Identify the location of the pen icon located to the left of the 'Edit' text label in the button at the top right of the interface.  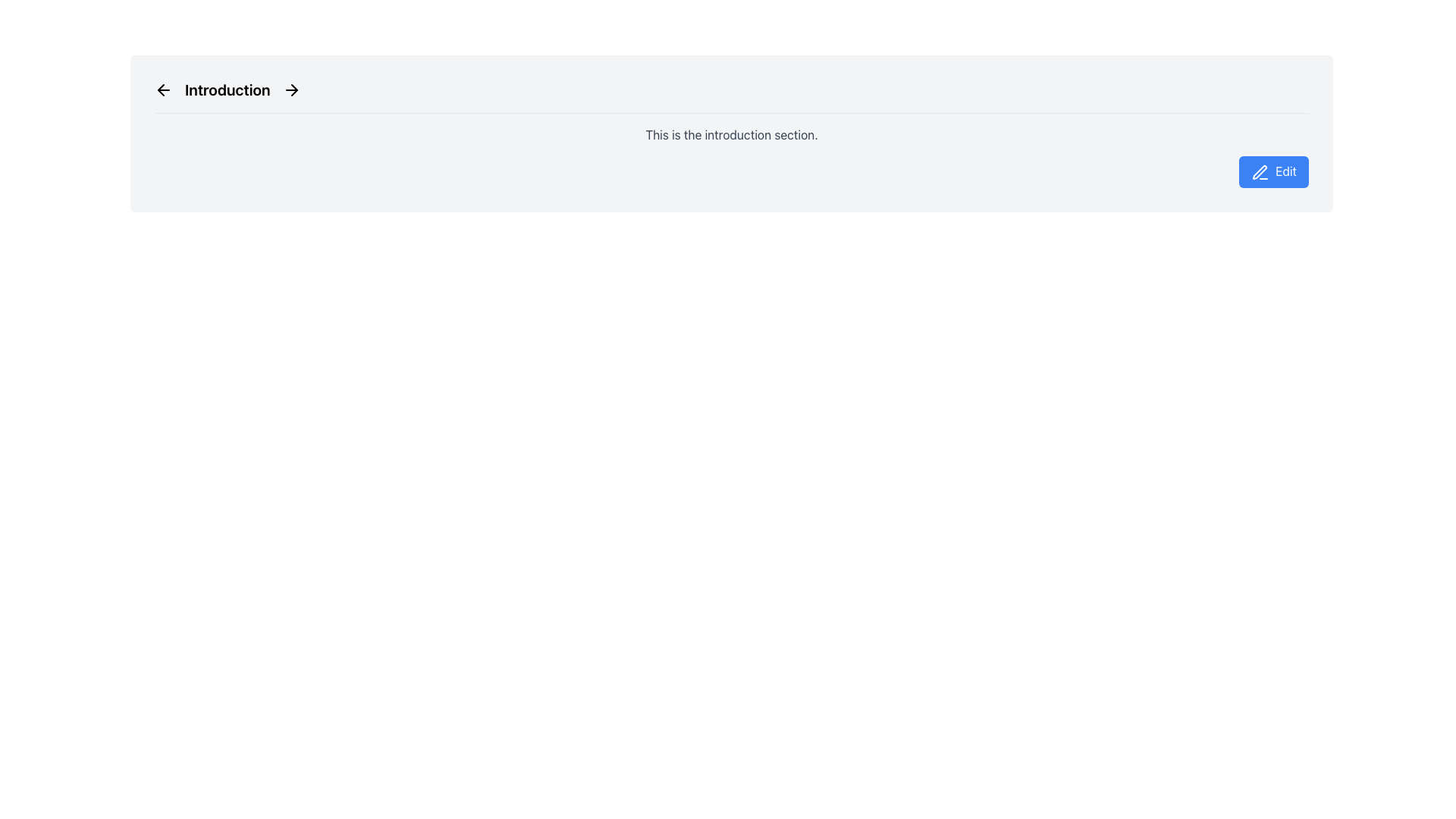
(1260, 171).